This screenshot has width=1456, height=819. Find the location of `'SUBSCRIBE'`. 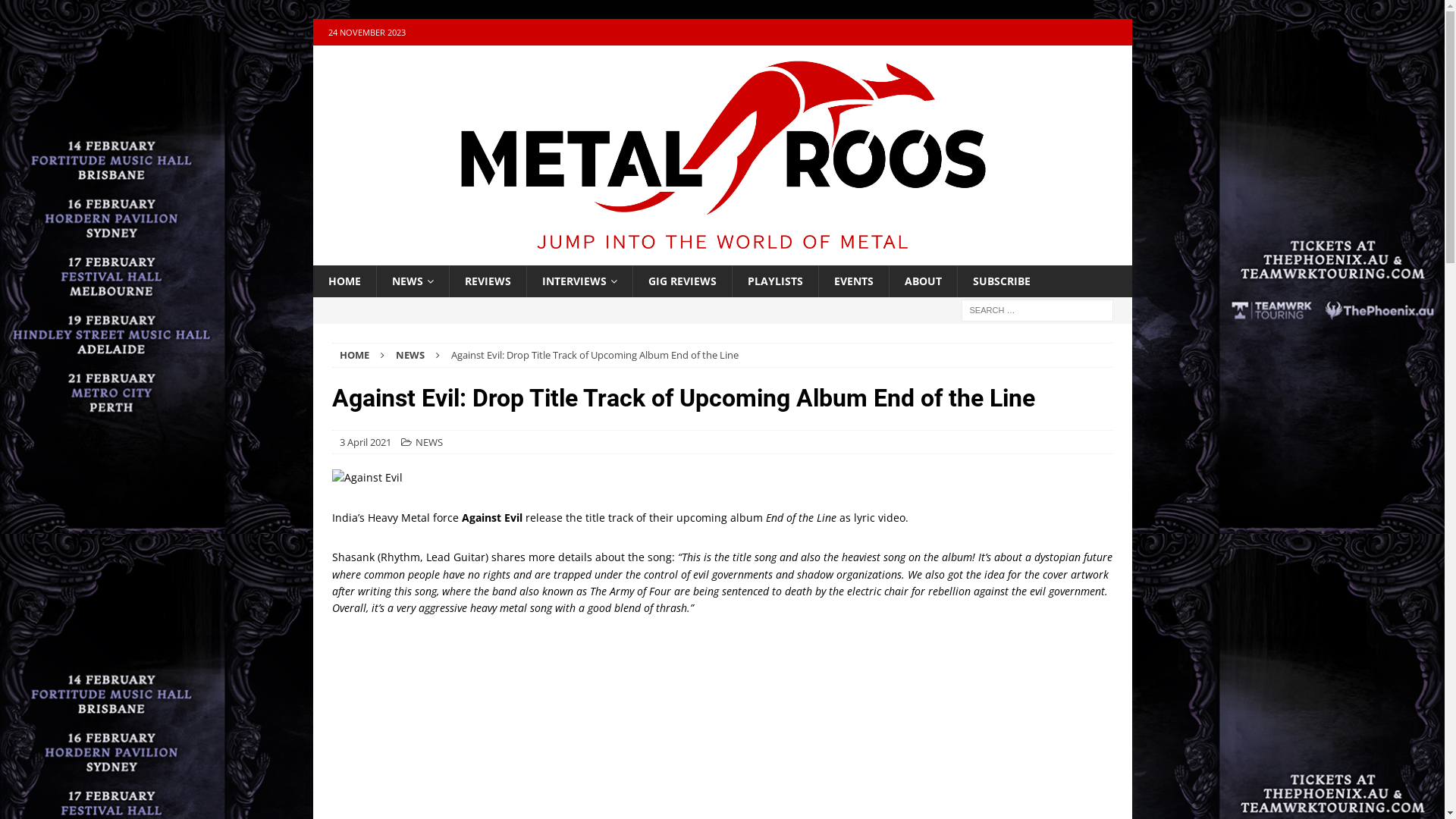

'SUBSCRIBE' is located at coordinates (1001, 281).